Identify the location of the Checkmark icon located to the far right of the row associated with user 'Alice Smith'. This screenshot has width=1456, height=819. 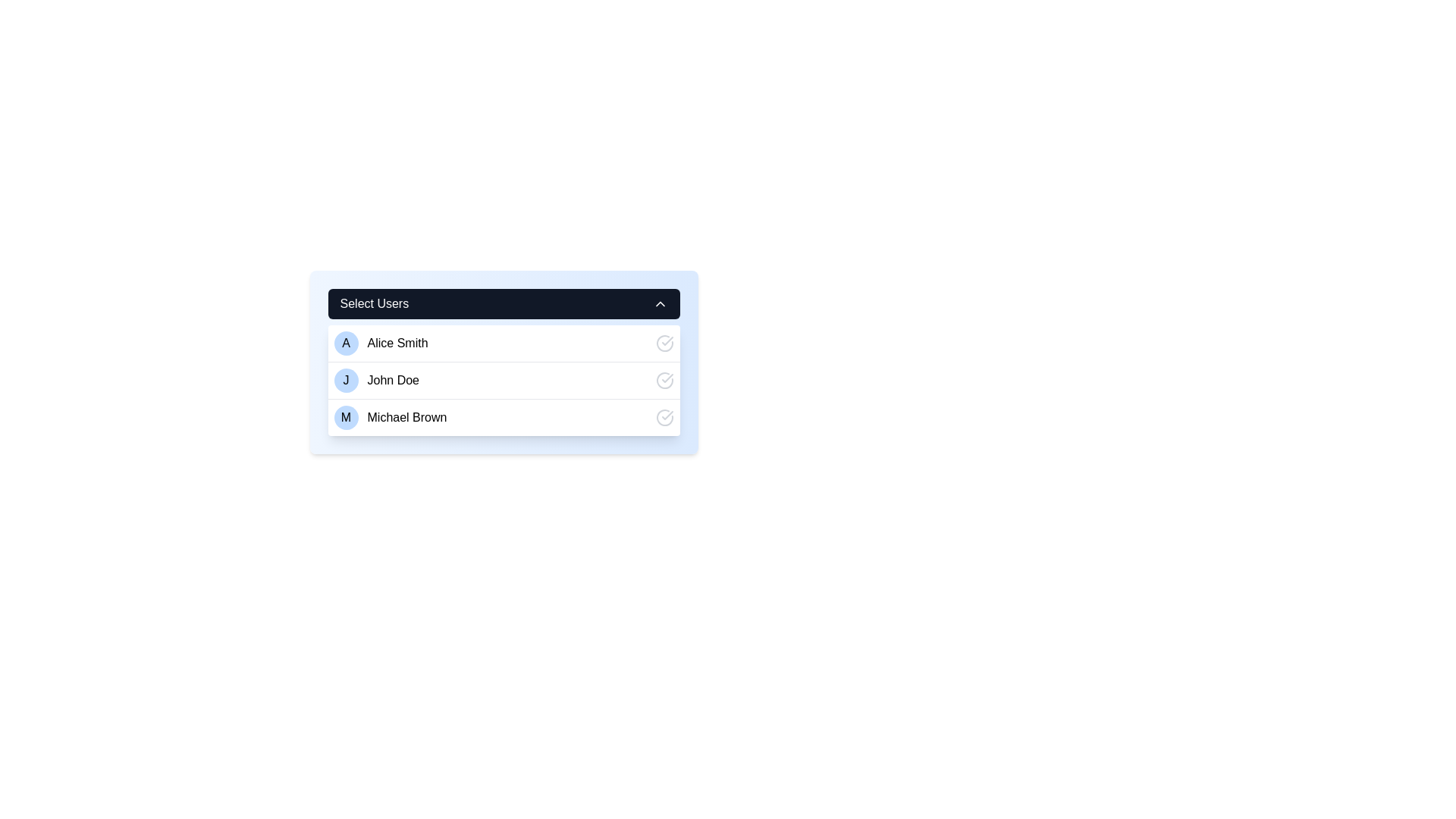
(664, 343).